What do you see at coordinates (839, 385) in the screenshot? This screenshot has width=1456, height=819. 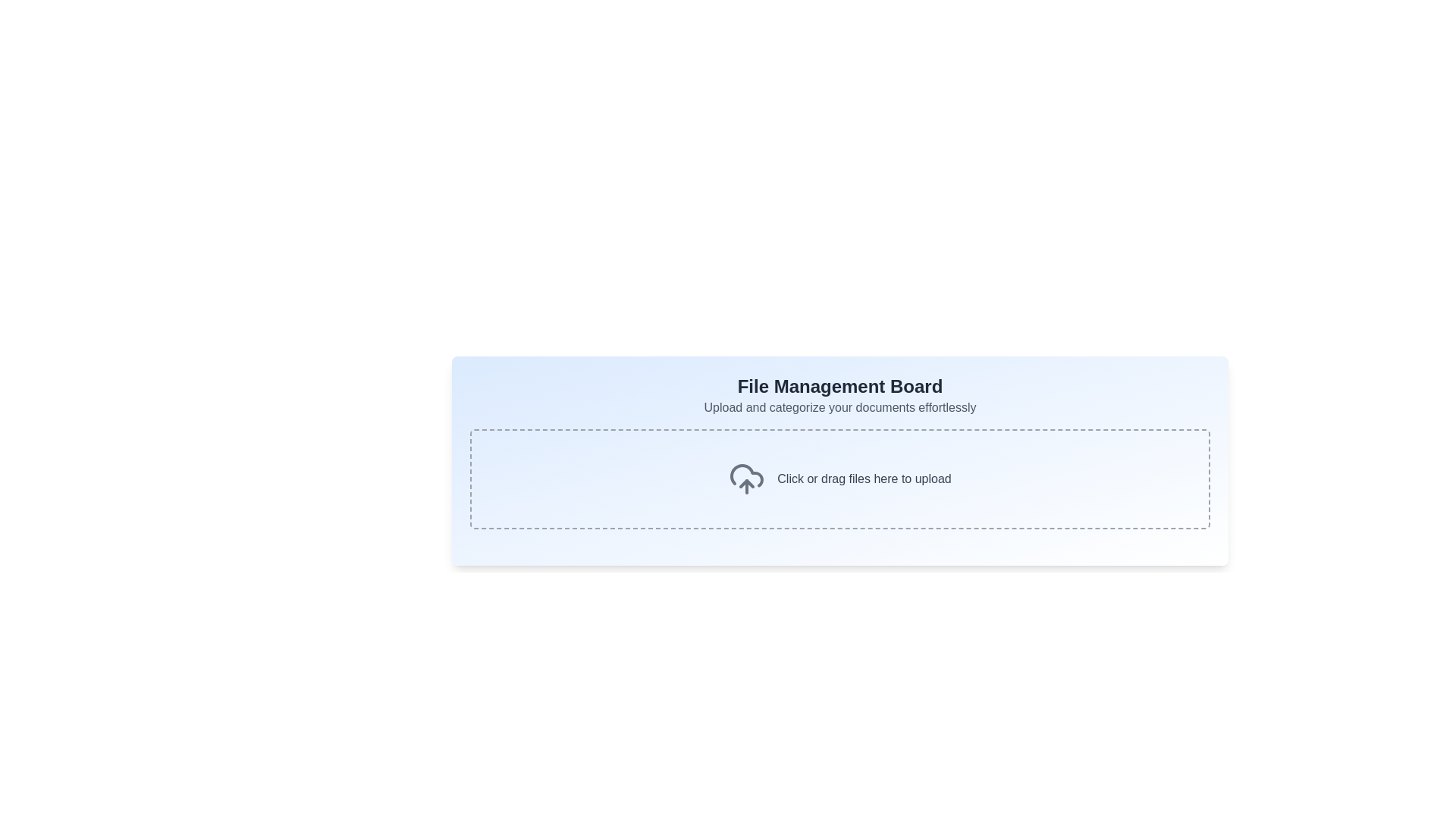 I see `text label that displays 'File Management Board', which is bold and centered on a pale blue background` at bounding box center [839, 385].